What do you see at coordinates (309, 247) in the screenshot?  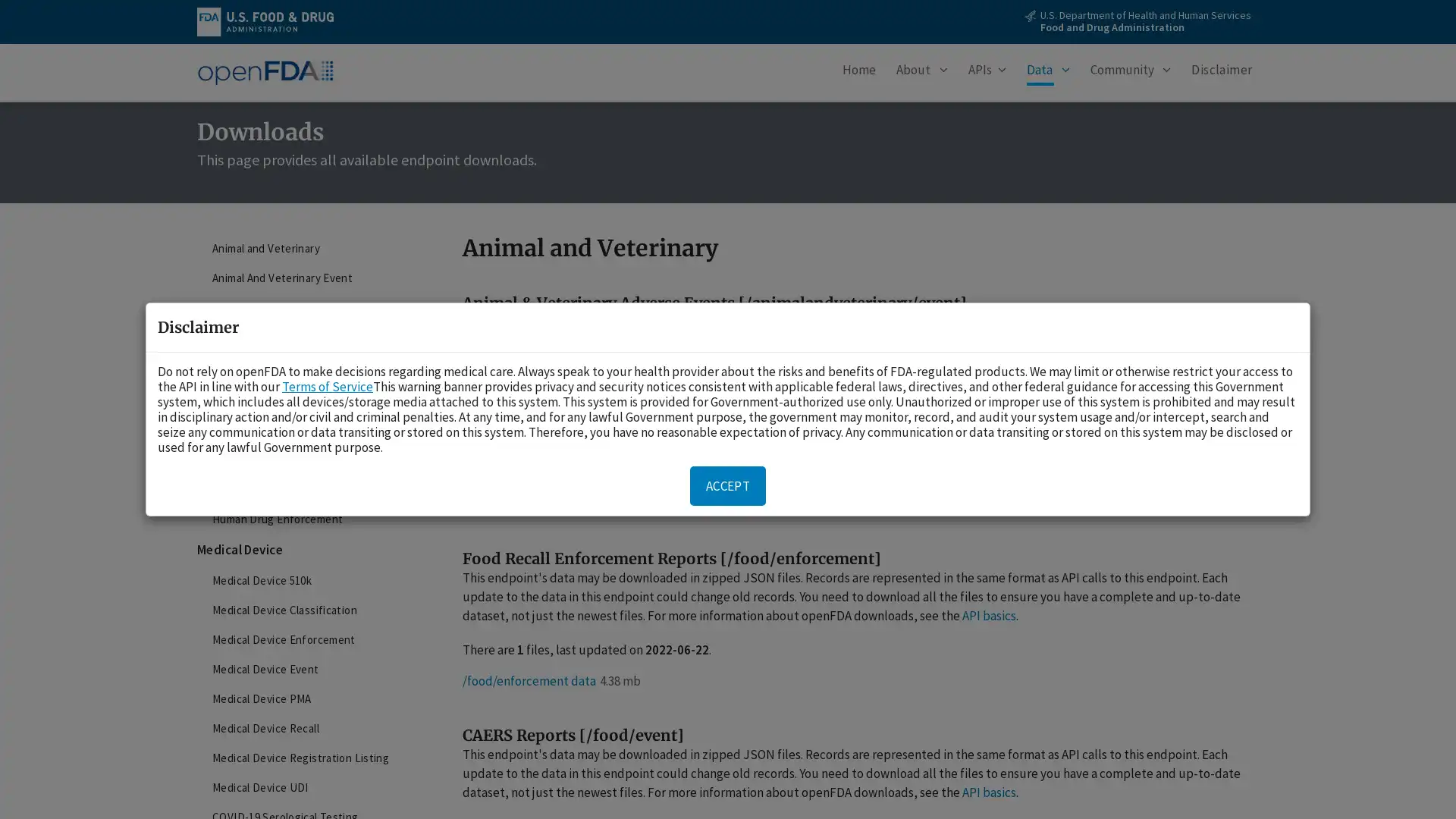 I see `Animal and Veterinary` at bounding box center [309, 247].